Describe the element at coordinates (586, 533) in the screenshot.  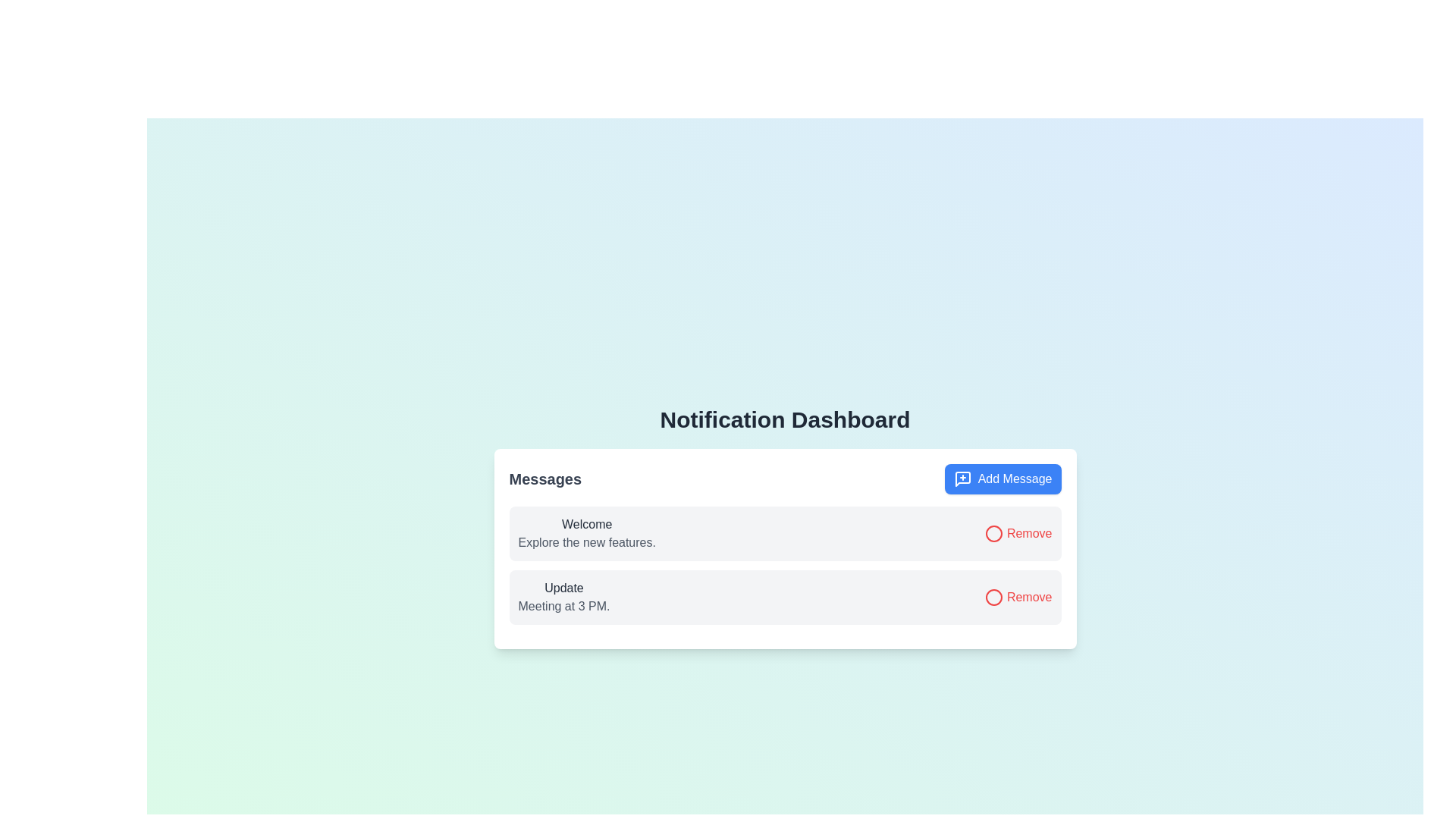
I see `the Static text display that shows 'Welcome' and 'Explore the new features.' in the first notification block of the 'Messages' section` at that location.